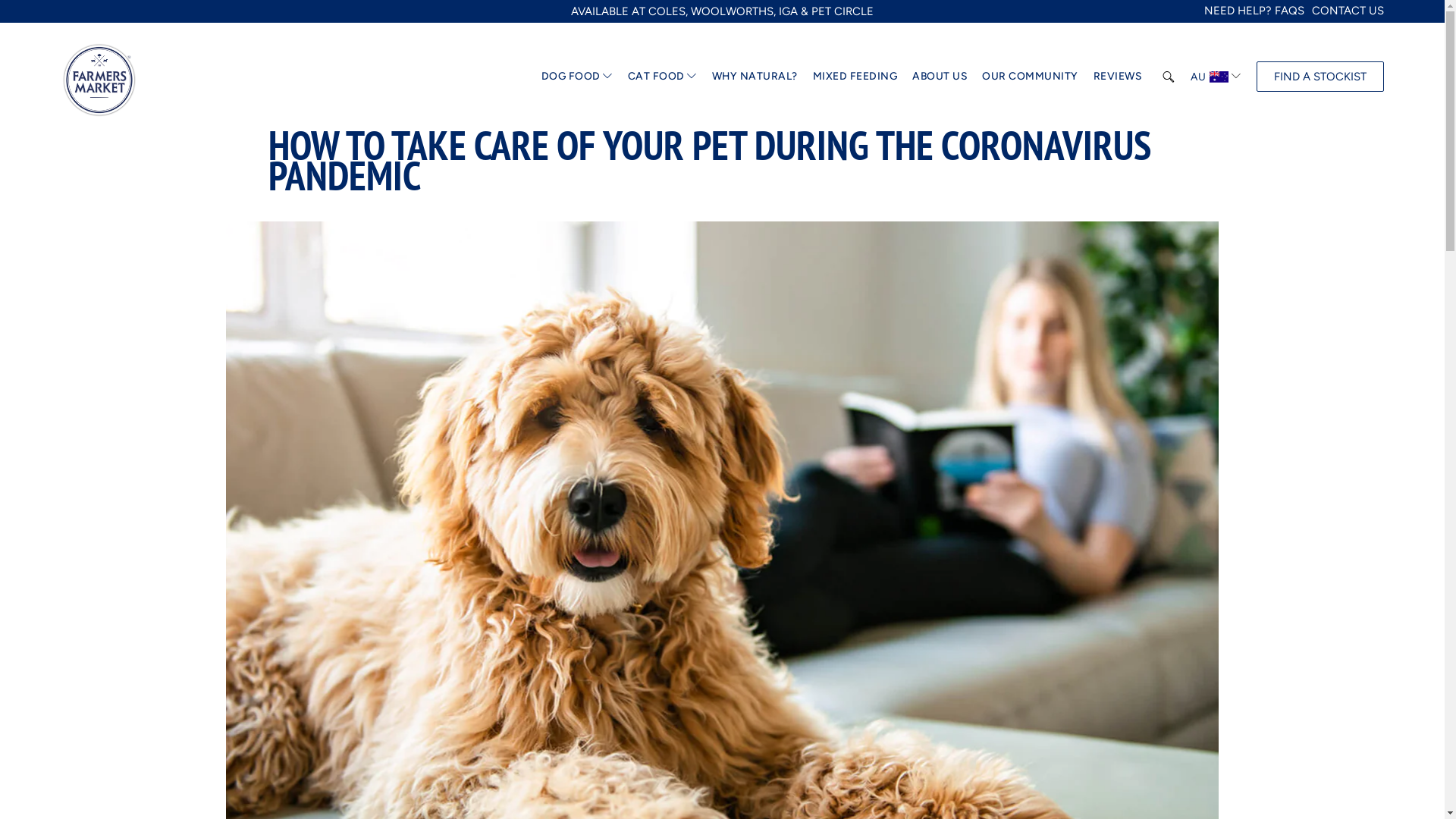 The image size is (1456, 819). Describe the element at coordinates (855, 76) in the screenshot. I see `'MIXED FEEDING'` at that location.